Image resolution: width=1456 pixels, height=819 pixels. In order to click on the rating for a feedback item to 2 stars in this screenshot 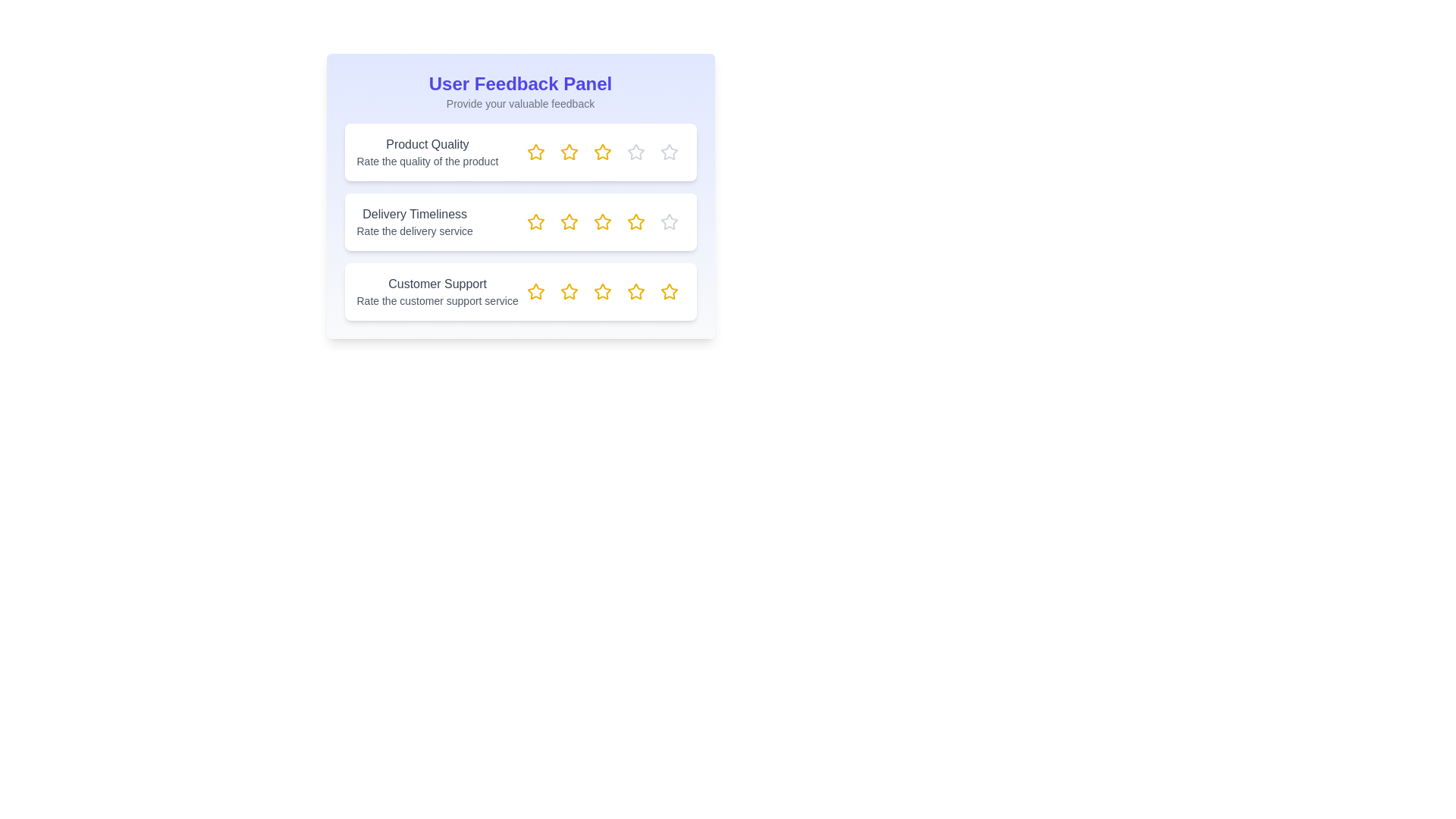, I will do `click(568, 152)`.